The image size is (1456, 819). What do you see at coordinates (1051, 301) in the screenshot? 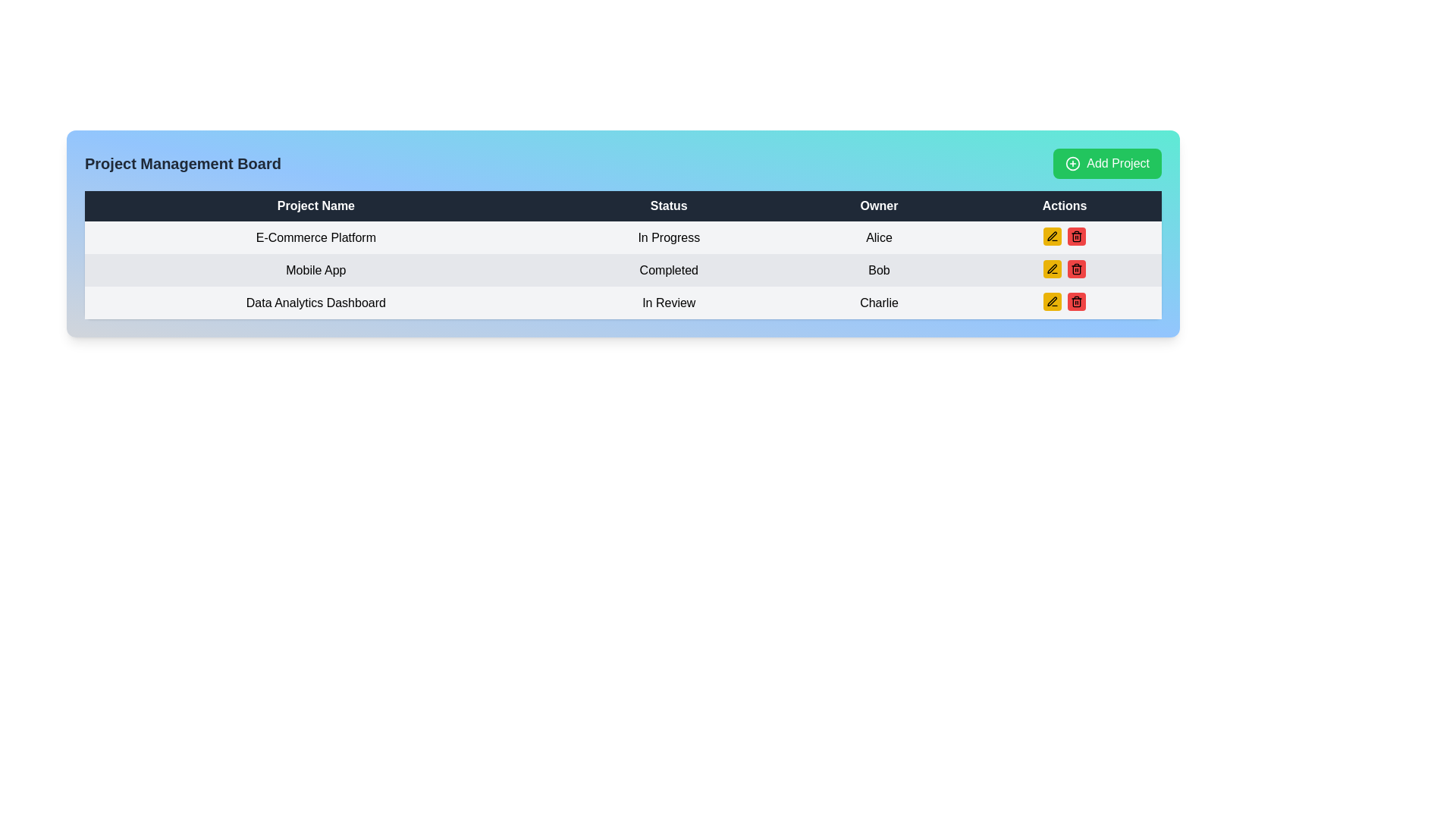
I see `the yellow pen icon button in the 'Actions' column of the 'Data Analytics Dashboard' row to initiate editing` at bounding box center [1051, 301].